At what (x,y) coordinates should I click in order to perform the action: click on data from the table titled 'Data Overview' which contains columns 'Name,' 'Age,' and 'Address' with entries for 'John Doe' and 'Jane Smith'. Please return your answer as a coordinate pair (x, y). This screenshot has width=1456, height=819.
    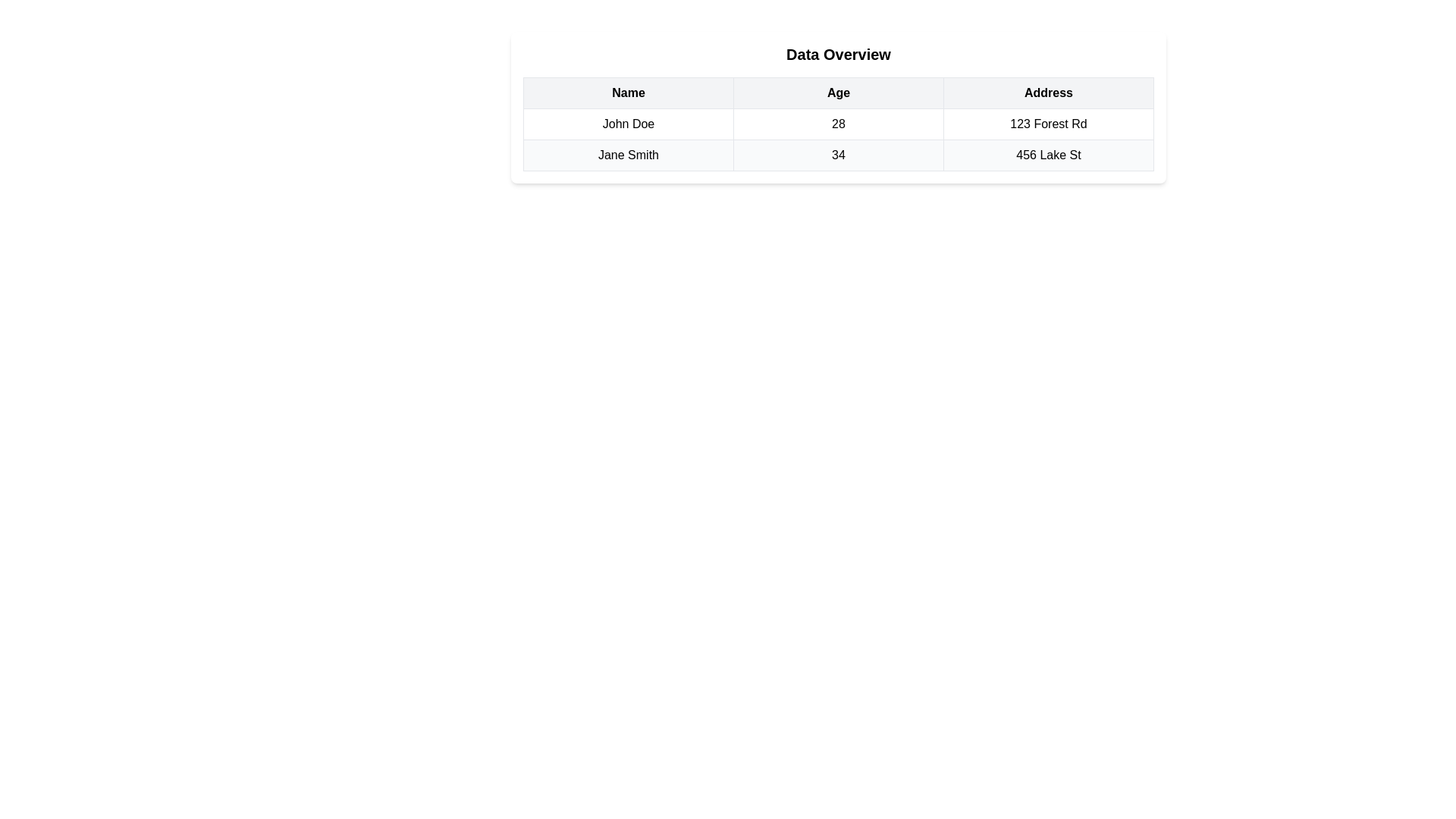
    Looking at the image, I should click on (837, 124).